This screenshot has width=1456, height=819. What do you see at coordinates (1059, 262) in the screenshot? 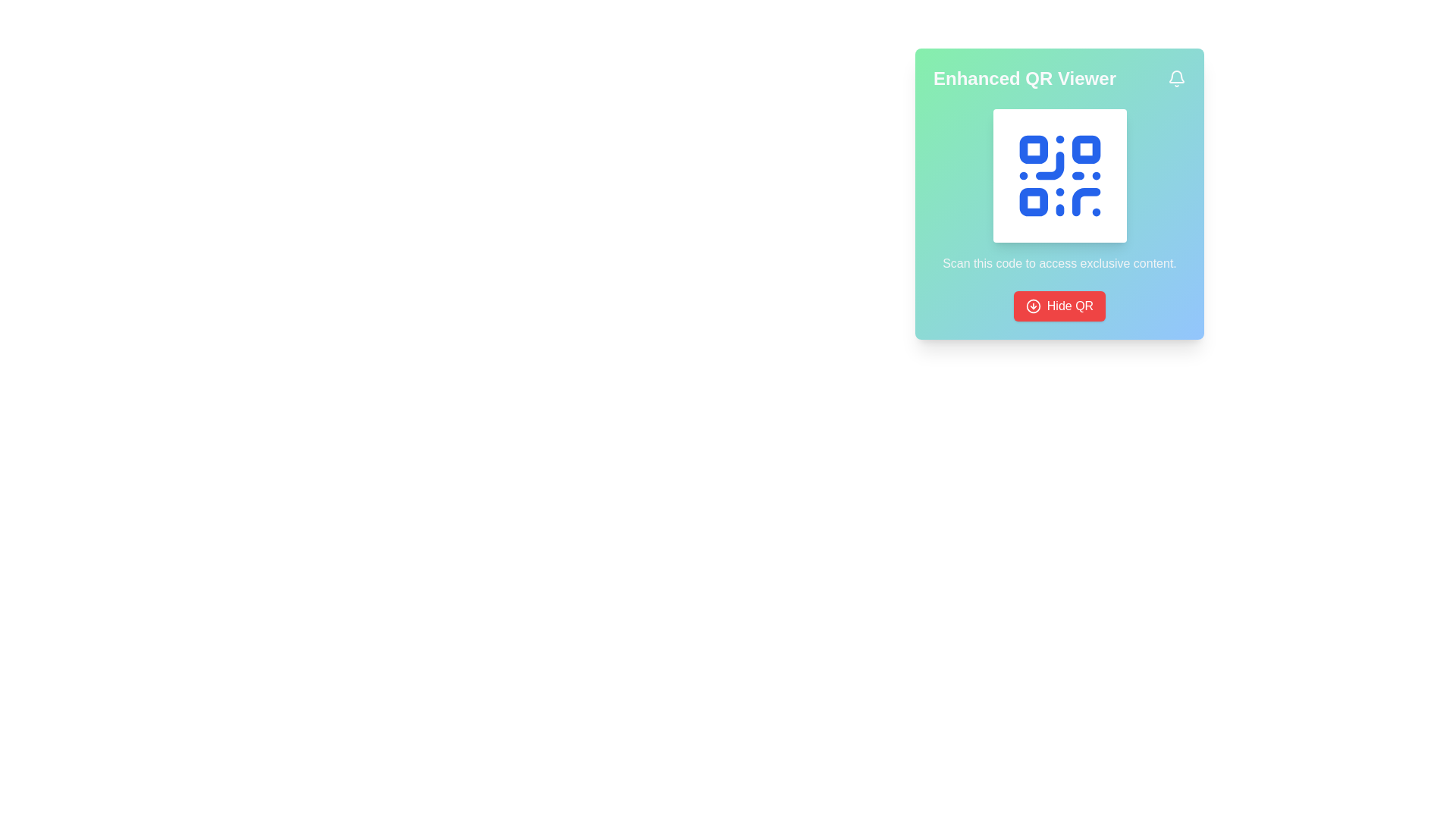
I see `the instructional text located at the bottom of the card, which is directly below the blue QR code icon and above the red button labeled 'Hide QR'` at bounding box center [1059, 262].